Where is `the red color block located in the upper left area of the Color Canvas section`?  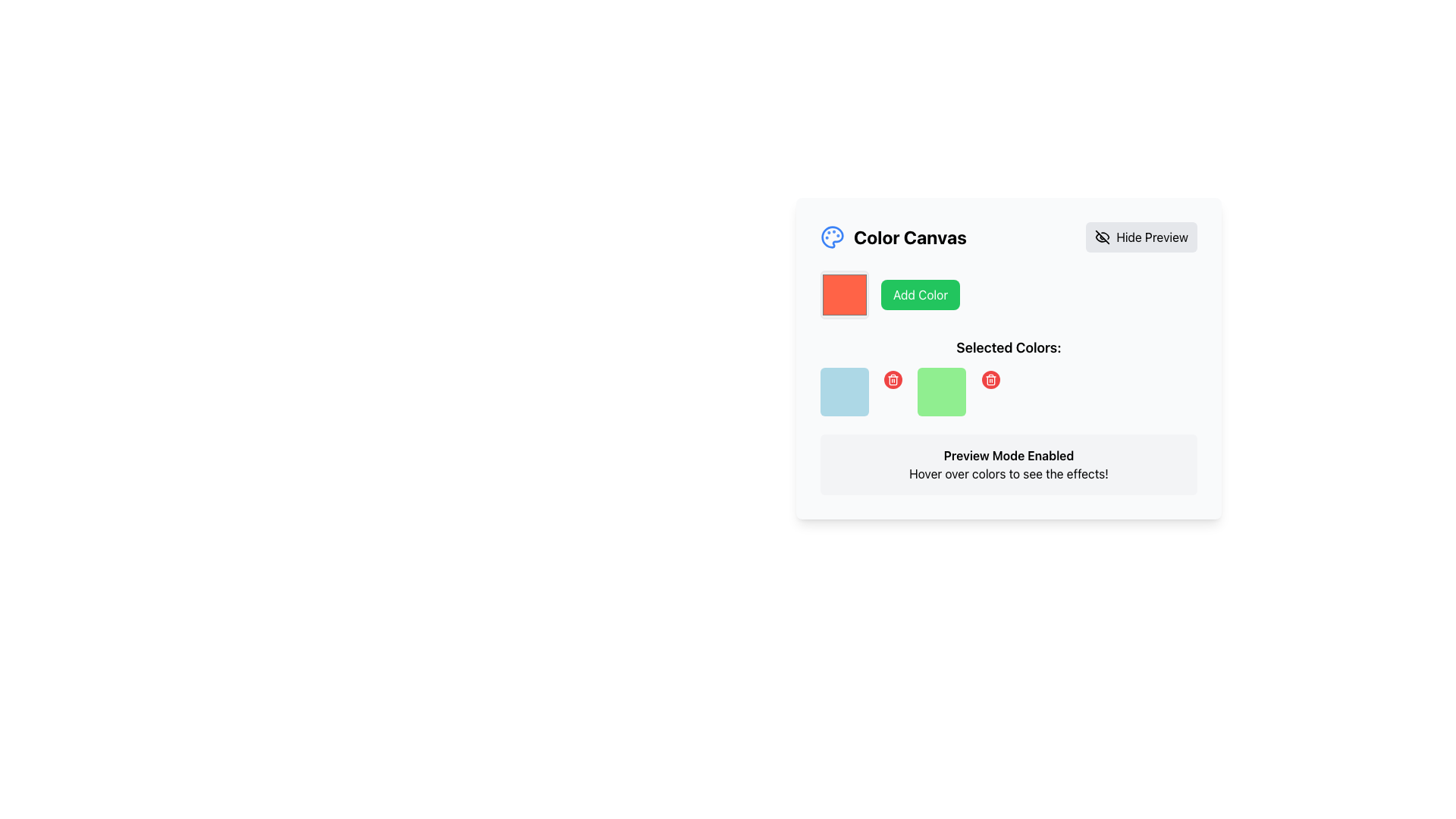
the red color block located in the upper left area of the Color Canvas section is located at coordinates (843, 295).